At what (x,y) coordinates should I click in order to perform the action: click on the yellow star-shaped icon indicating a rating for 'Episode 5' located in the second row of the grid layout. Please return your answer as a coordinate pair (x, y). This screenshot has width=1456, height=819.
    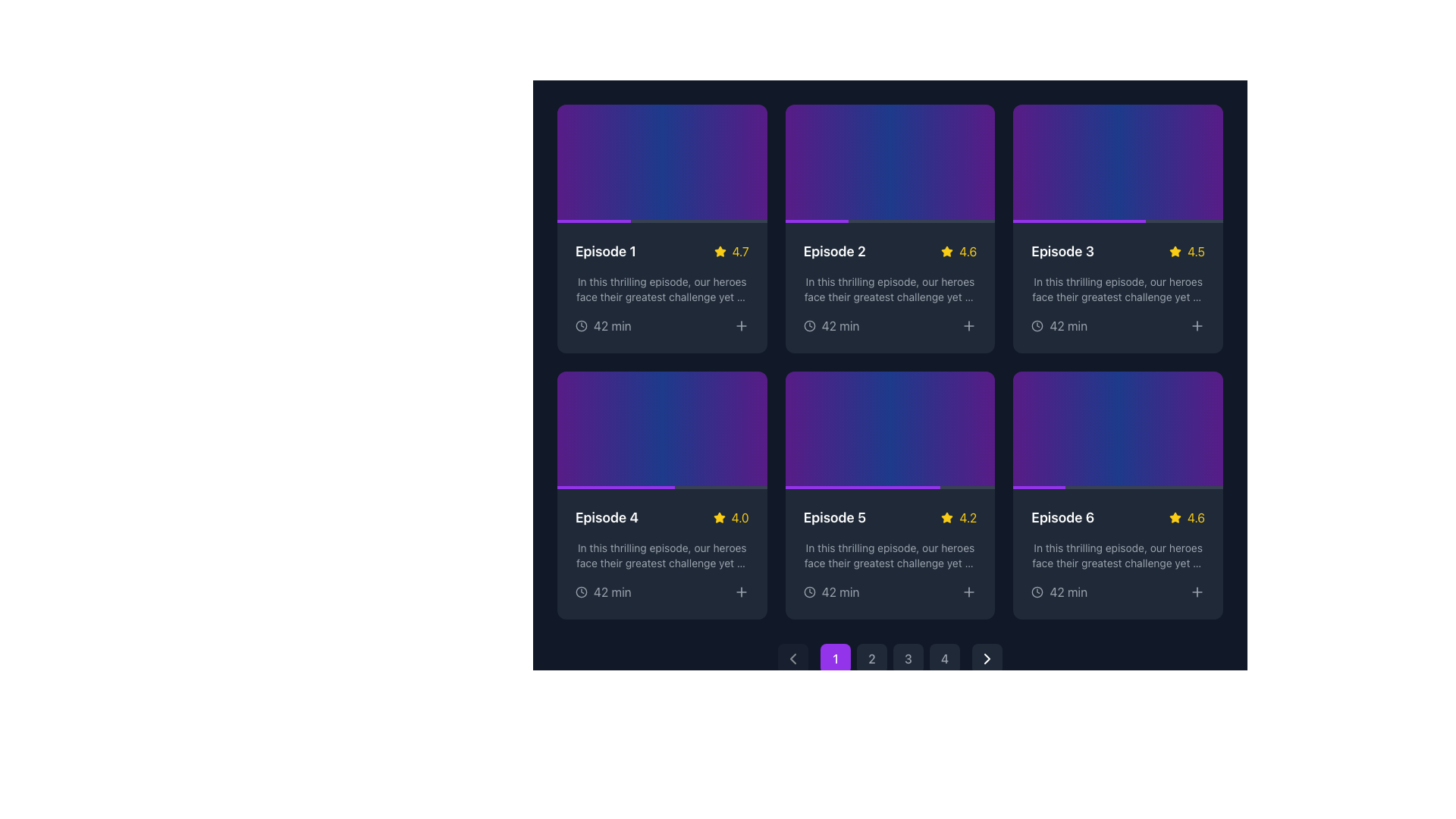
    Looking at the image, I should click on (946, 517).